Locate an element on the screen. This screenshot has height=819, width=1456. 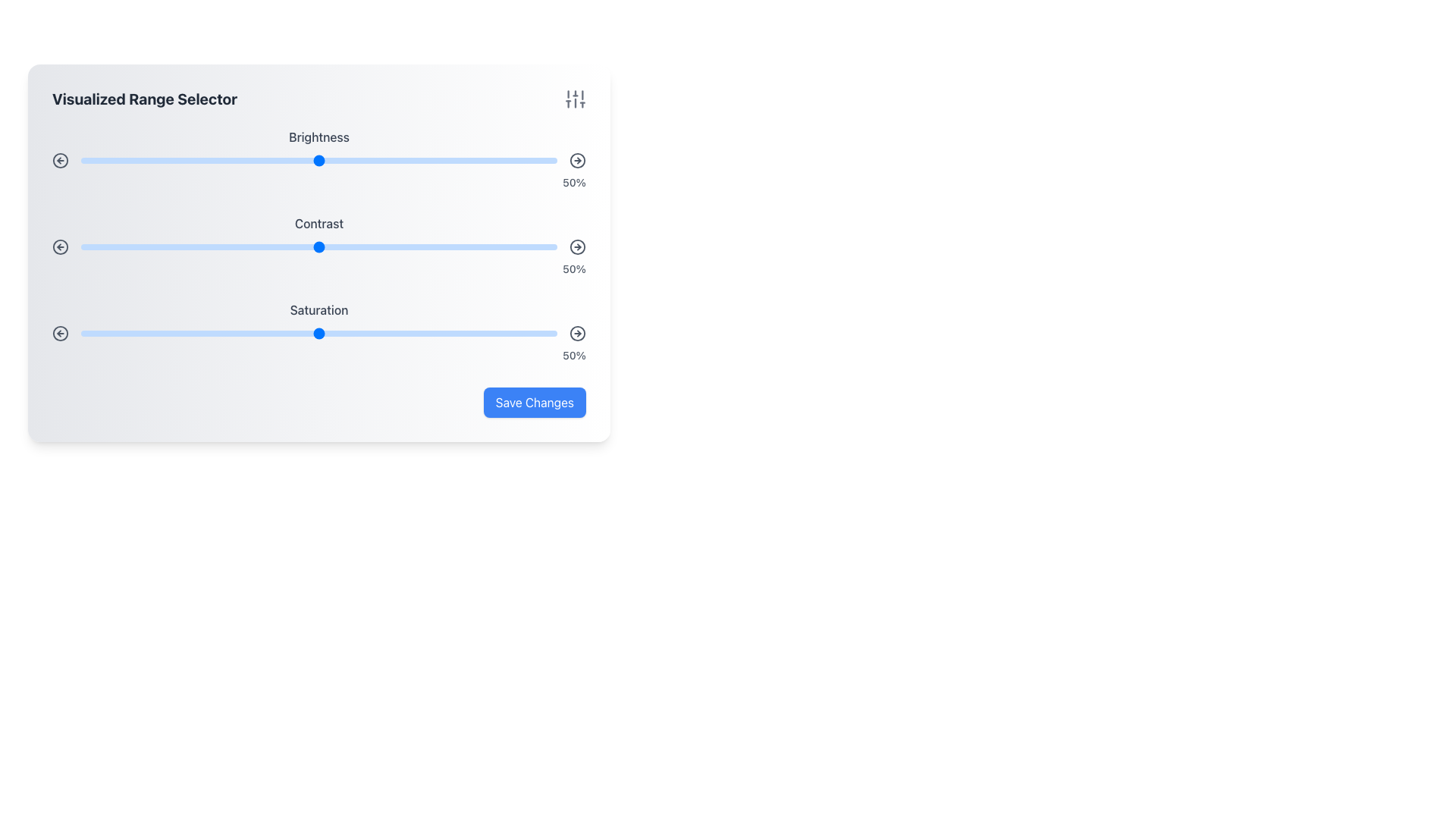
the brightness is located at coordinates (138, 161).